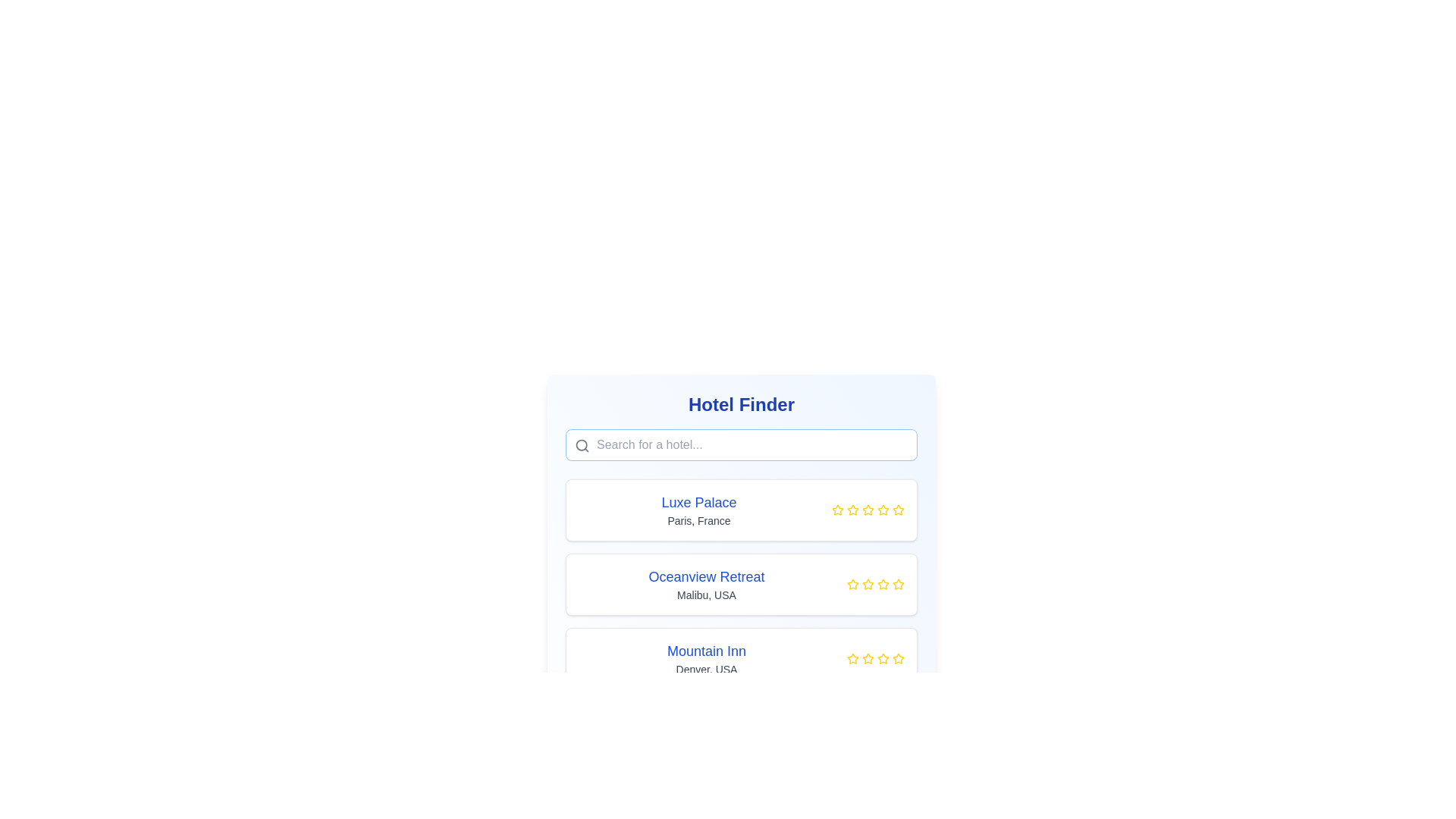  Describe the element at coordinates (852, 584) in the screenshot. I see `the first star icon` at that location.